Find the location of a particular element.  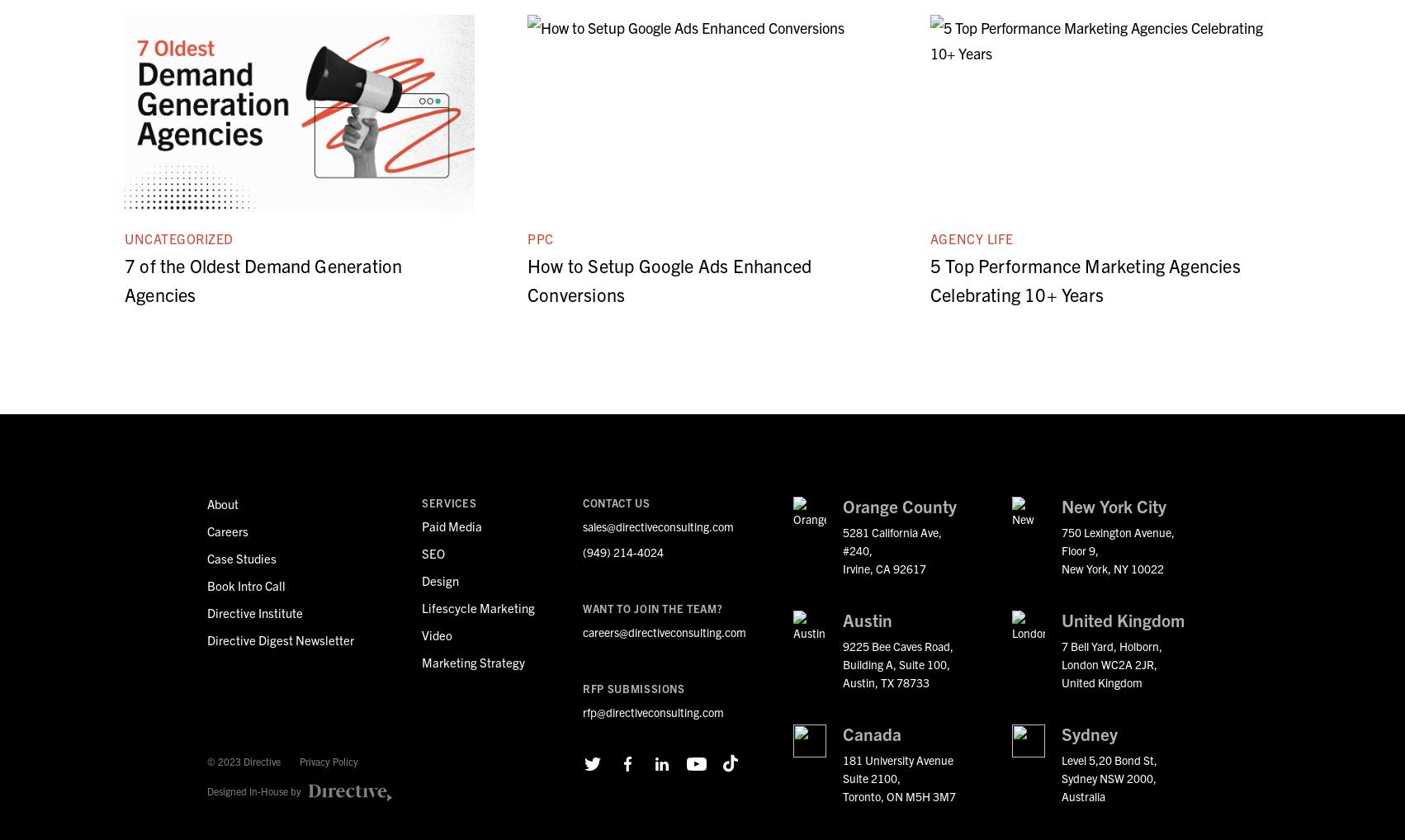

'7 Bell Yard, Holborn,' is located at coordinates (1110, 646).